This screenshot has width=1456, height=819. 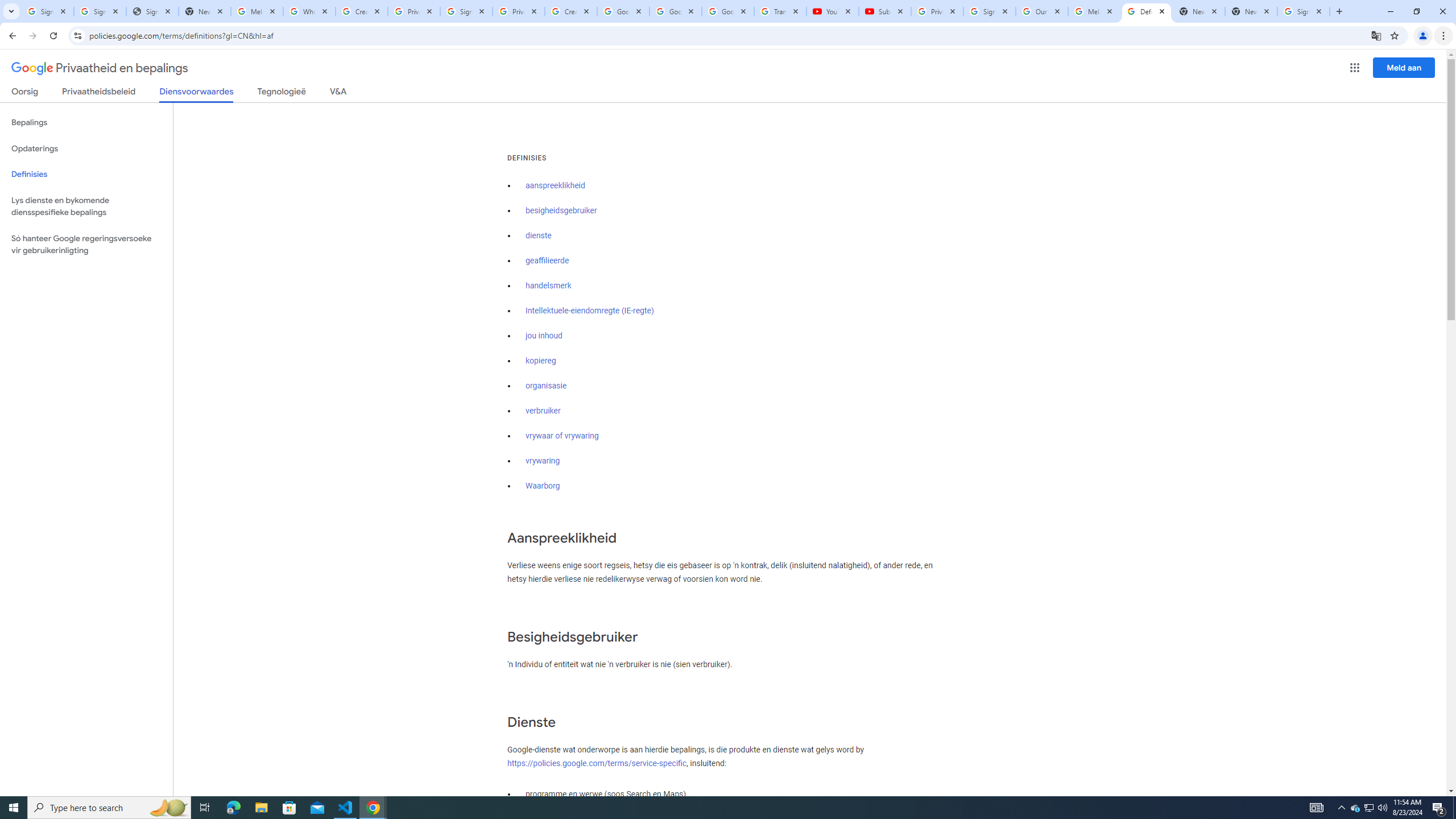 I want to click on 'V&A', so click(x=337, y=93).